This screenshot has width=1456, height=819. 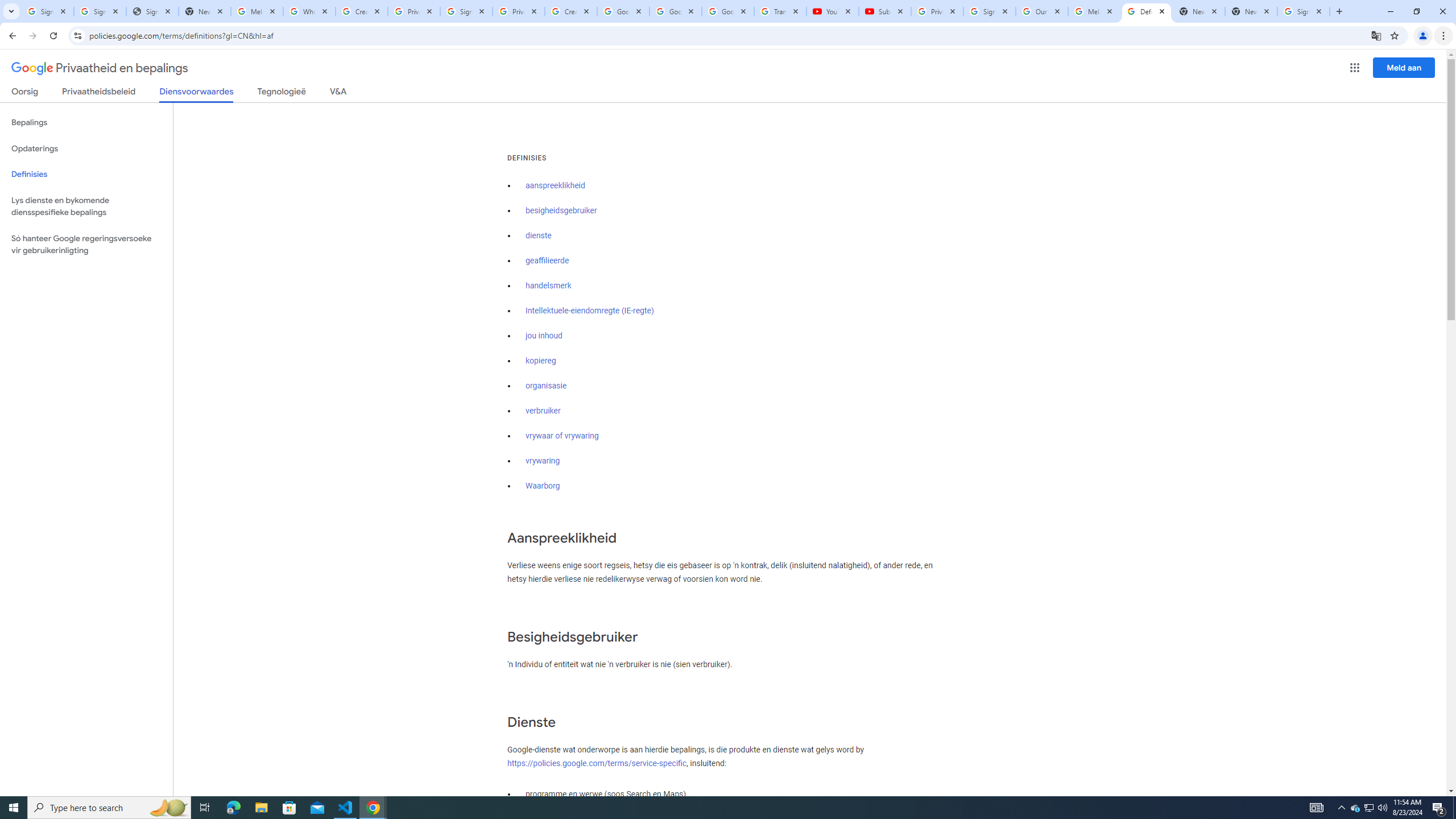 I want to click on 'V&A', so click(x=337, y=93).